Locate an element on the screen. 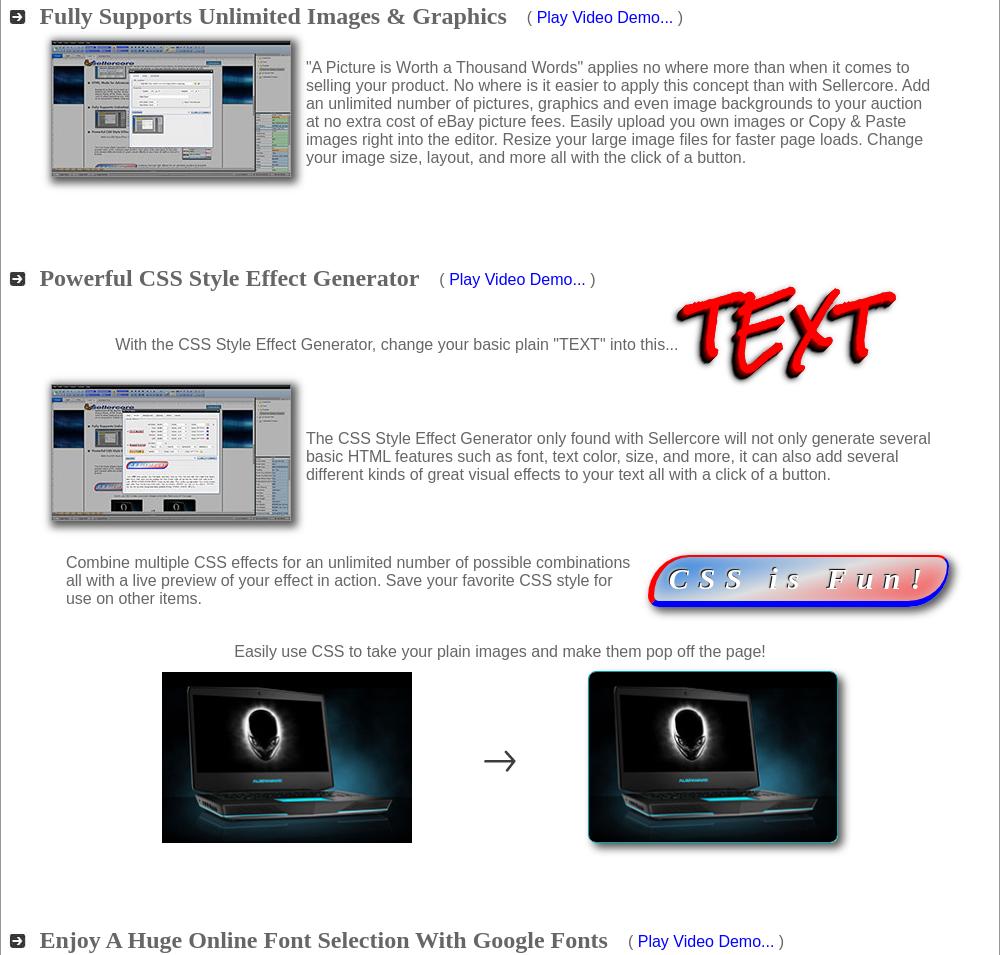  'Powerful CSS Style Effect Generator' is located at coordinates (228, 278).